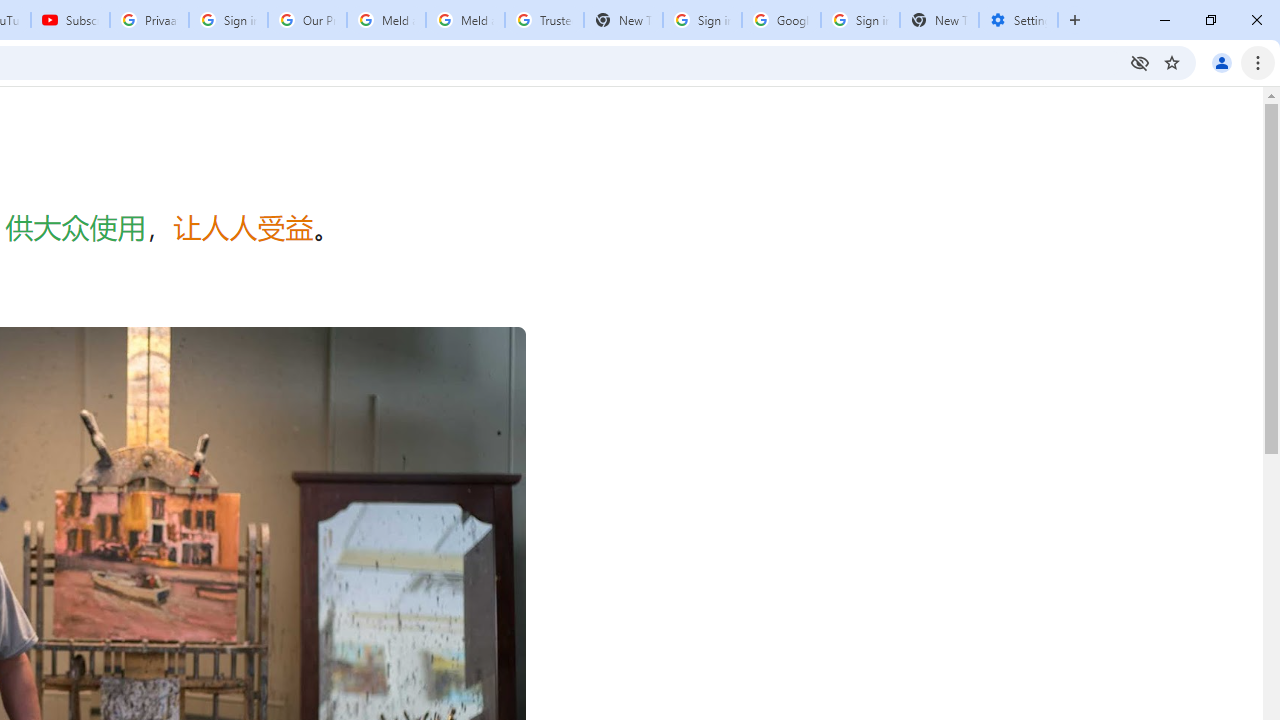 Image resolution: width=1280 pixels, height=720 pixels. I want to click on 'Trusted Information and Content - Google Safety Center', so click(544, 20).